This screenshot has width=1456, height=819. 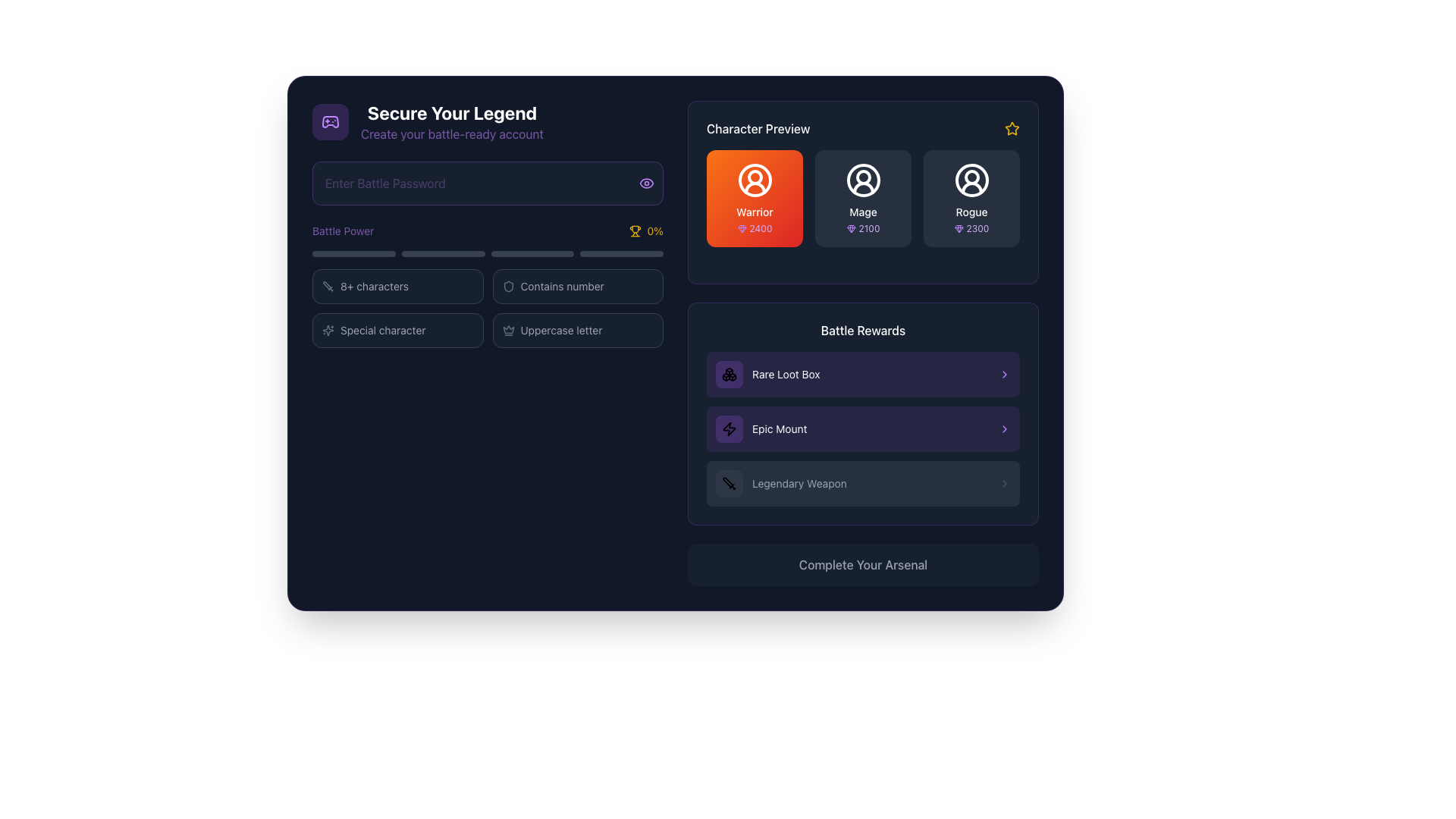 I want to click on the text label displaying the numerical value '2100', which is styled with a small-sized font in light purple color and located below the middle character icon labeled 'Mage' in the 'Character Preview' section, so click(x=869, y=228).